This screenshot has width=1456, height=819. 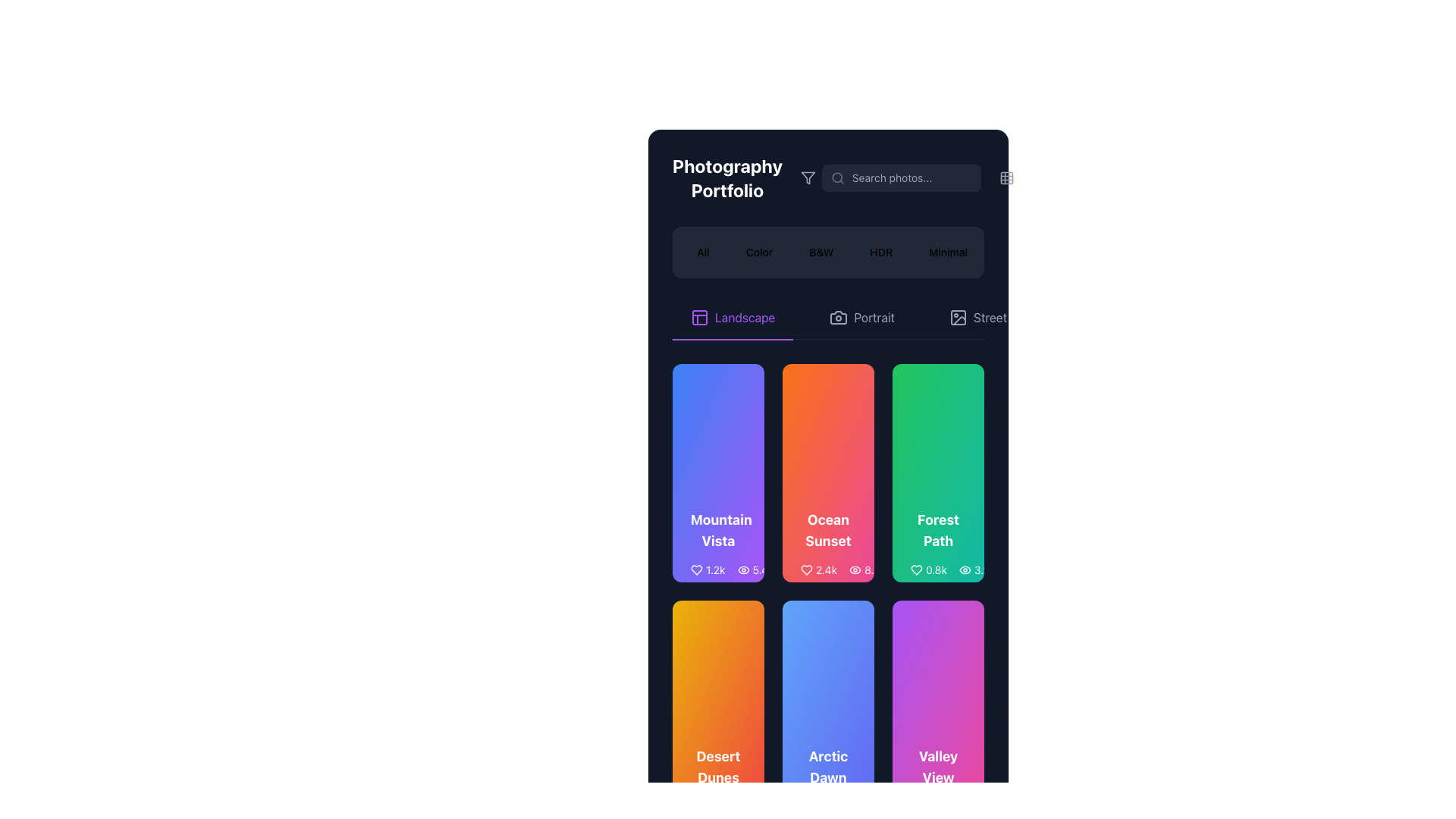 I want to click on the header label displaying 'Photography Portfolio' in bold white font, which is located at the top-left corner of the interface, next to a filter icon, so click(x=747, y=177).